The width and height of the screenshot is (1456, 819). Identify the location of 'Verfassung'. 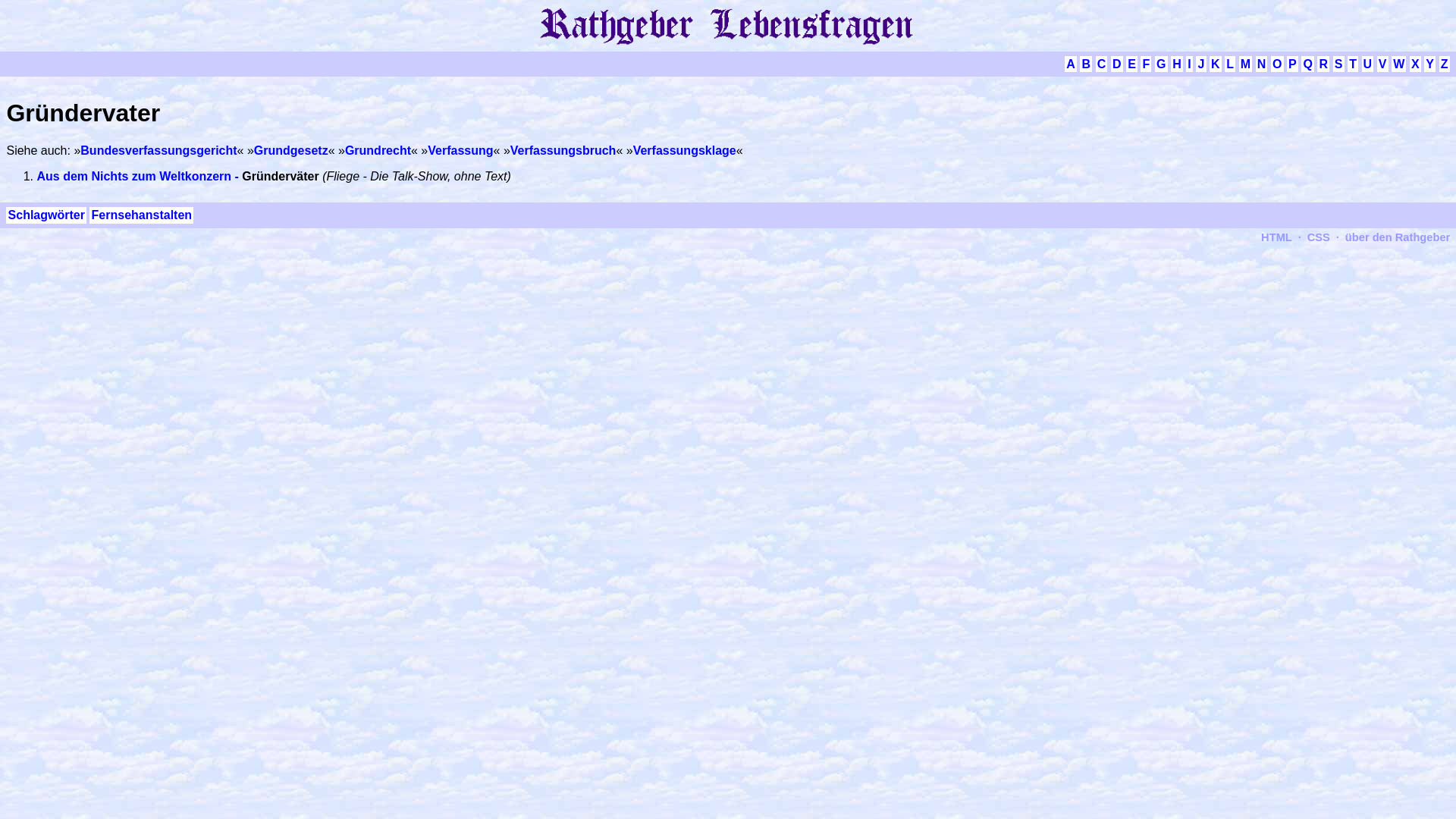
(459, 150).